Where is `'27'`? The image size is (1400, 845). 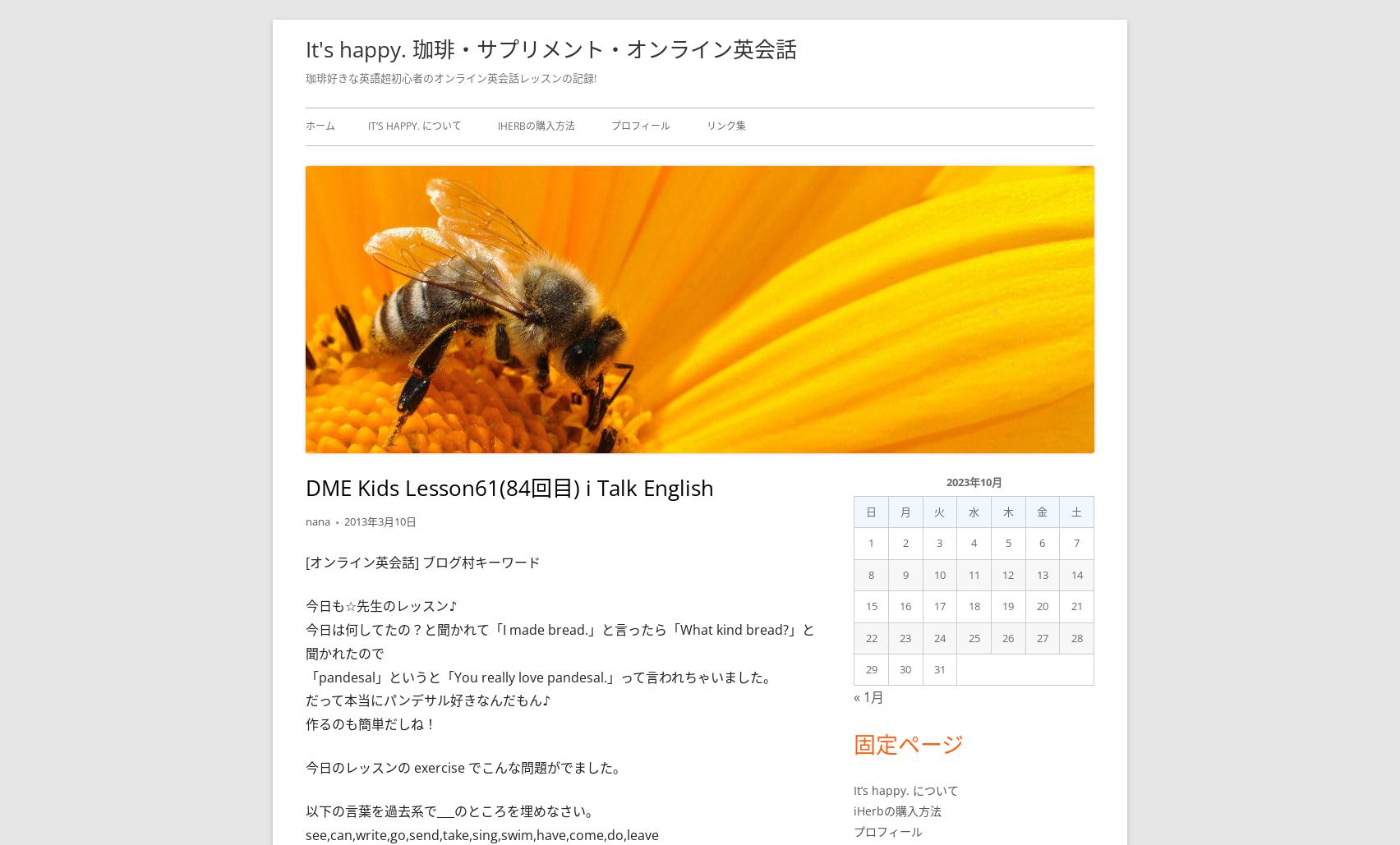
'27' is located at coordinates (1040, 636).